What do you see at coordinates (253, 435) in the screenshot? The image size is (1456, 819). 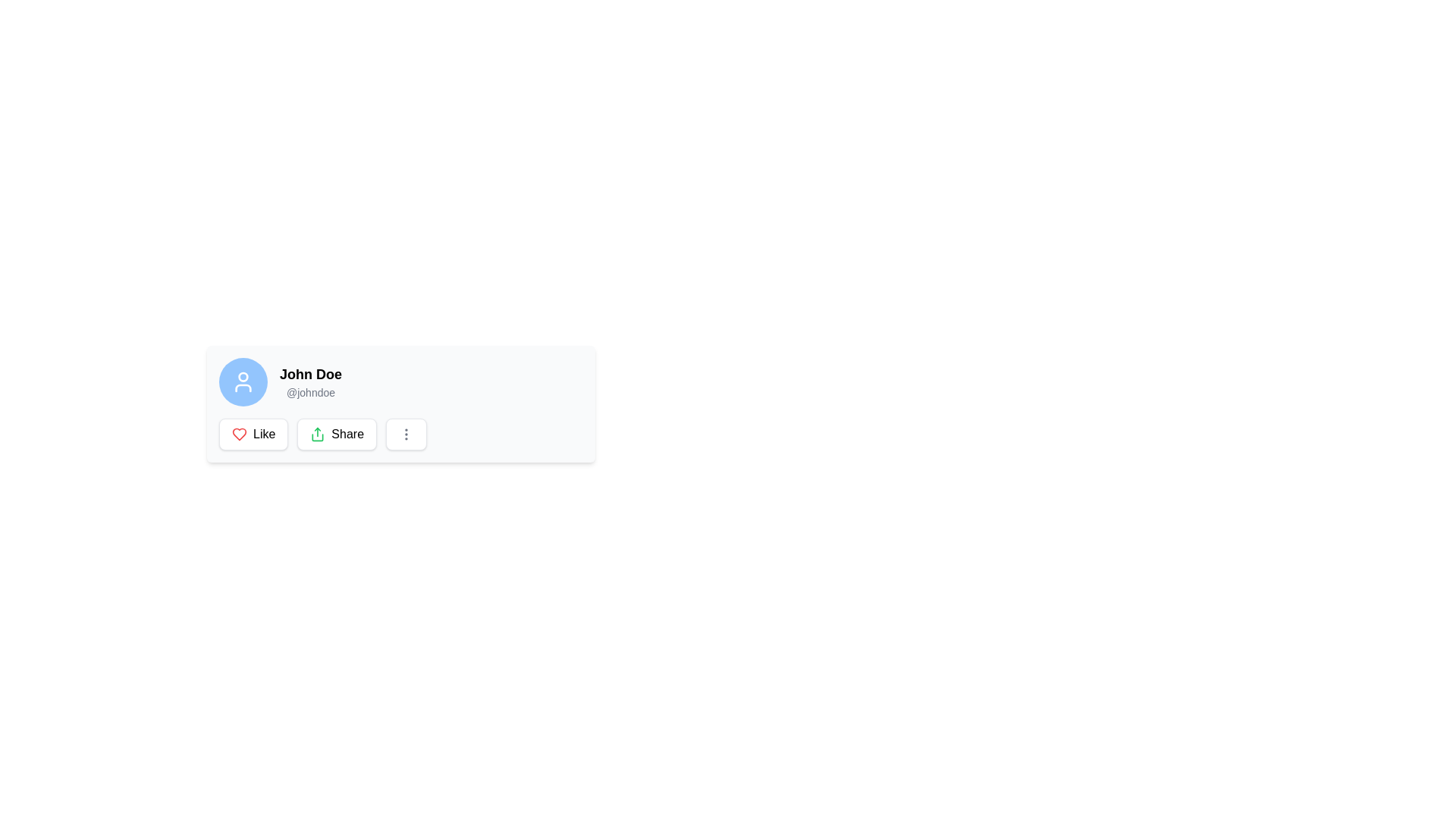 I see `the 'Like' button, which is a rectangular button with rounded corners, white background, gray-hover shadow, and contains a red heart icon followed by the text 'Like'. It is the first button among three interactive buttons below the user profile section` at bounding box center [253, 435].